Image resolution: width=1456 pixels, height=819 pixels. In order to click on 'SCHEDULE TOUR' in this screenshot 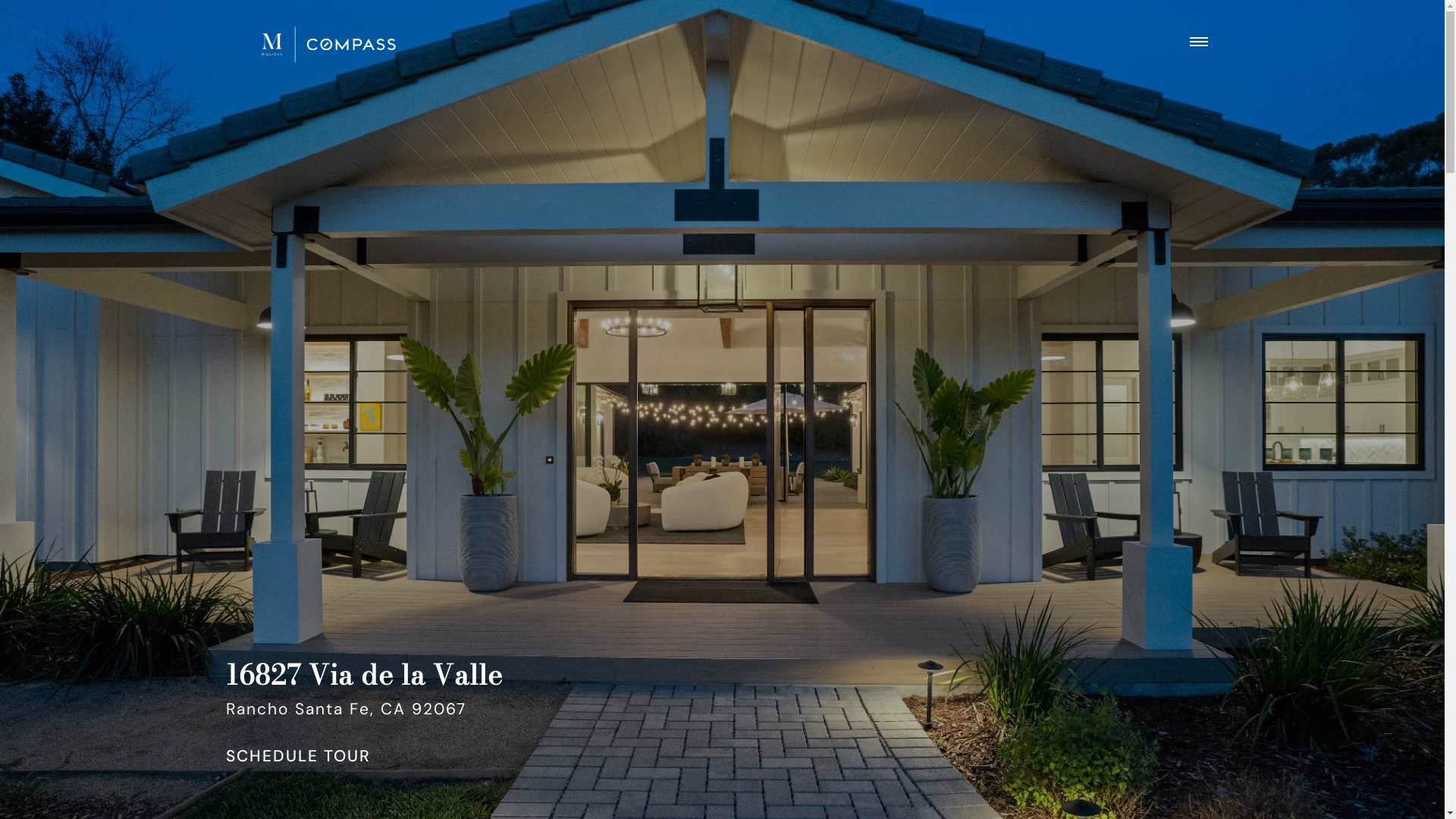, I will do `click(298, 757)`.